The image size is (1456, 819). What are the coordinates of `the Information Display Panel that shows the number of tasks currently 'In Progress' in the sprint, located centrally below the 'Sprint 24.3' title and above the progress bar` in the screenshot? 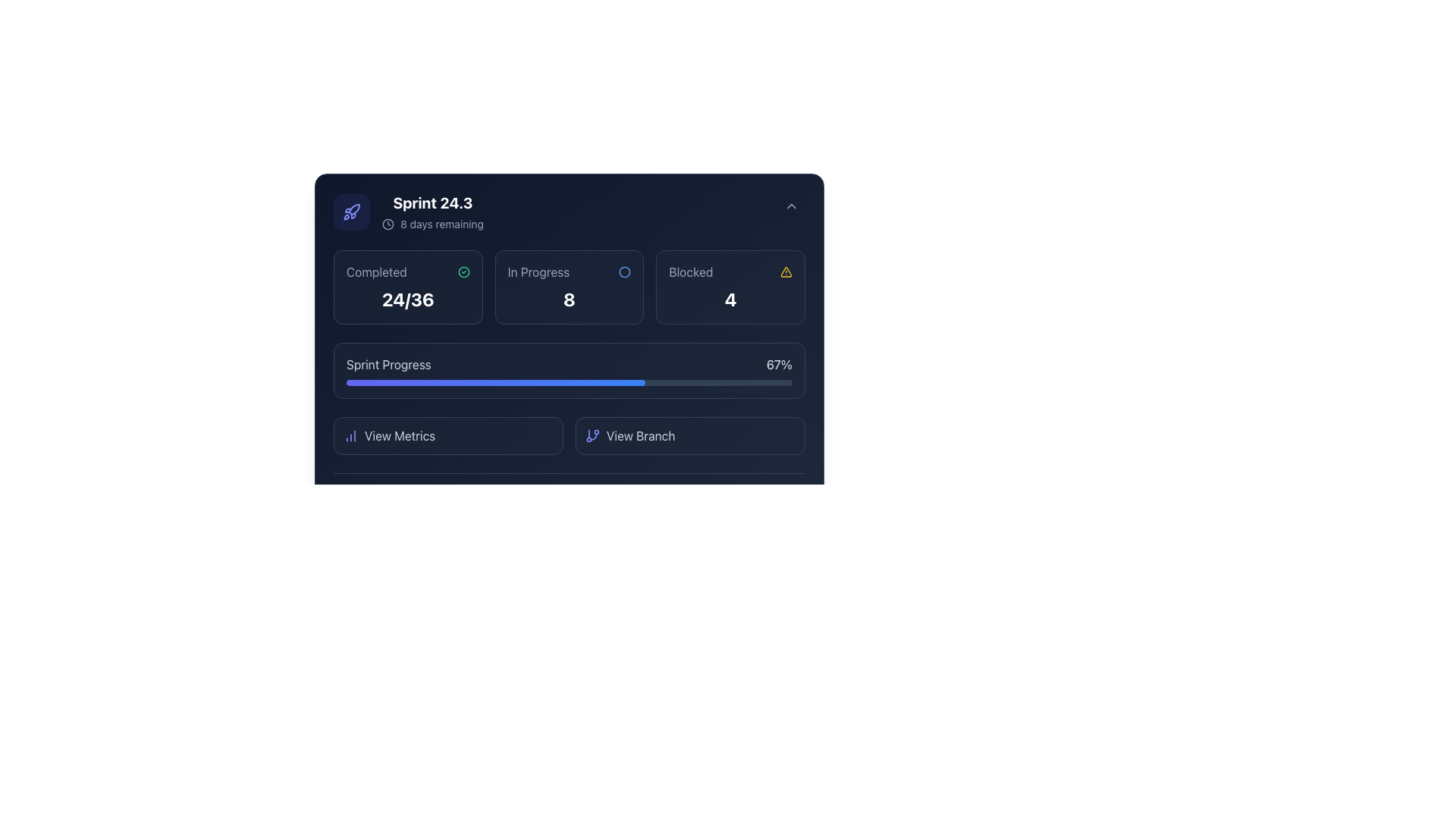 It's located at (622, 318).